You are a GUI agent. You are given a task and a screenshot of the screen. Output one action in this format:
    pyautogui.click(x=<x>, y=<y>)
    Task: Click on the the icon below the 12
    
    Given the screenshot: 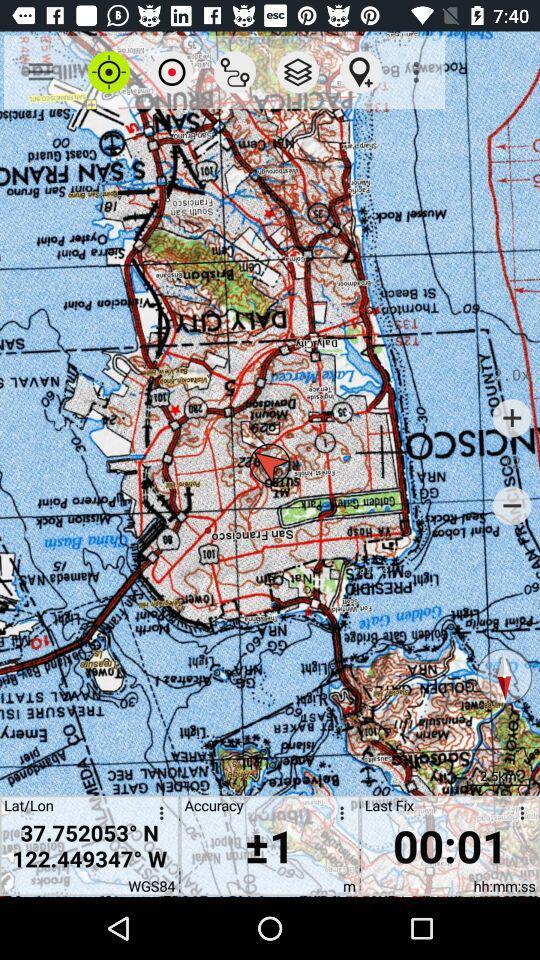 What is the action you would take?
    pyautogui.click(x=512, y=505)
    